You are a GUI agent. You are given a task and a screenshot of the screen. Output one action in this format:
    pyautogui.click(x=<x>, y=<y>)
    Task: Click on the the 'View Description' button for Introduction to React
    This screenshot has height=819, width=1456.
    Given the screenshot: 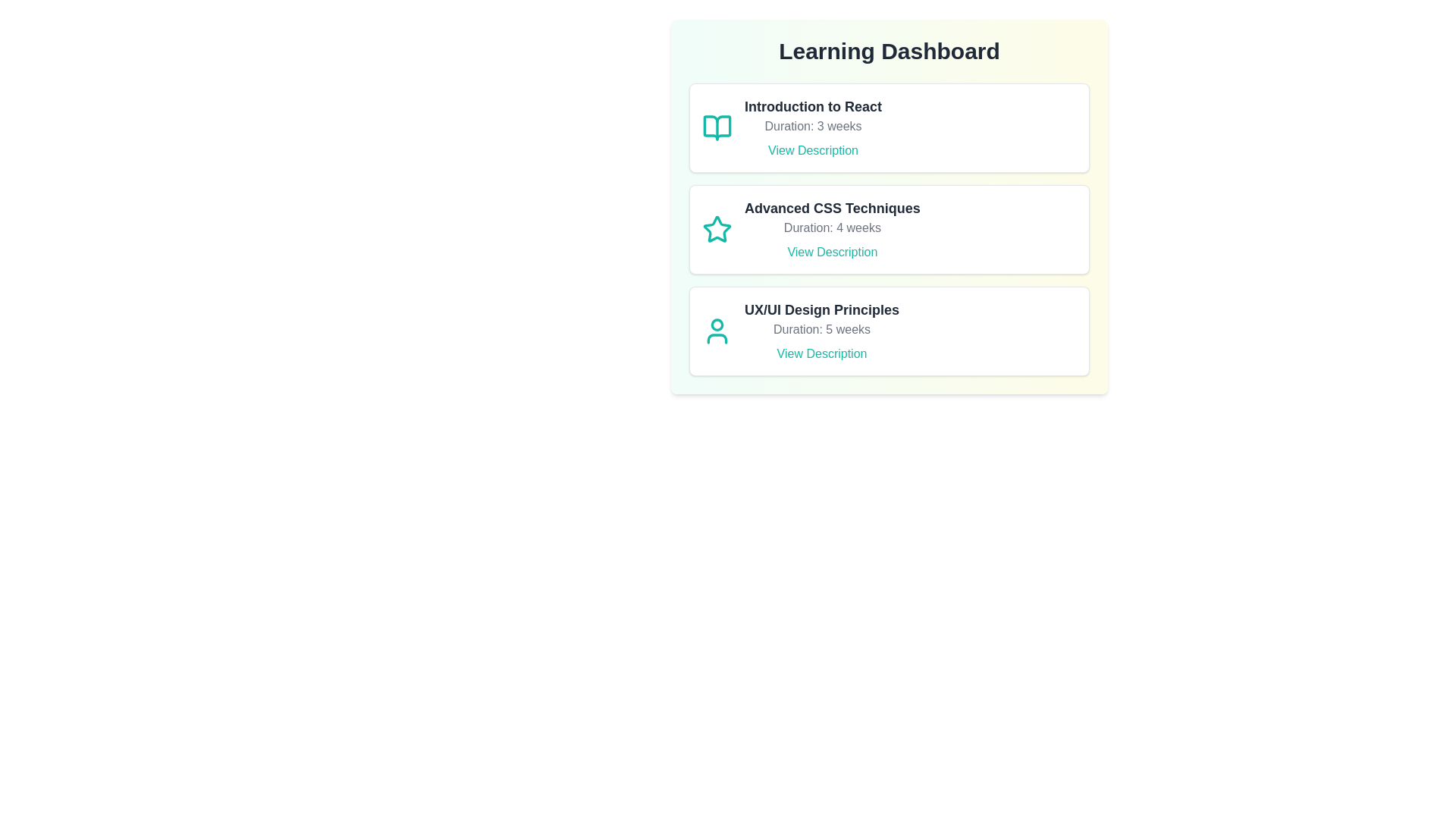 What is the action you would take?
    pyautogui.click(x=812, y=151)
    